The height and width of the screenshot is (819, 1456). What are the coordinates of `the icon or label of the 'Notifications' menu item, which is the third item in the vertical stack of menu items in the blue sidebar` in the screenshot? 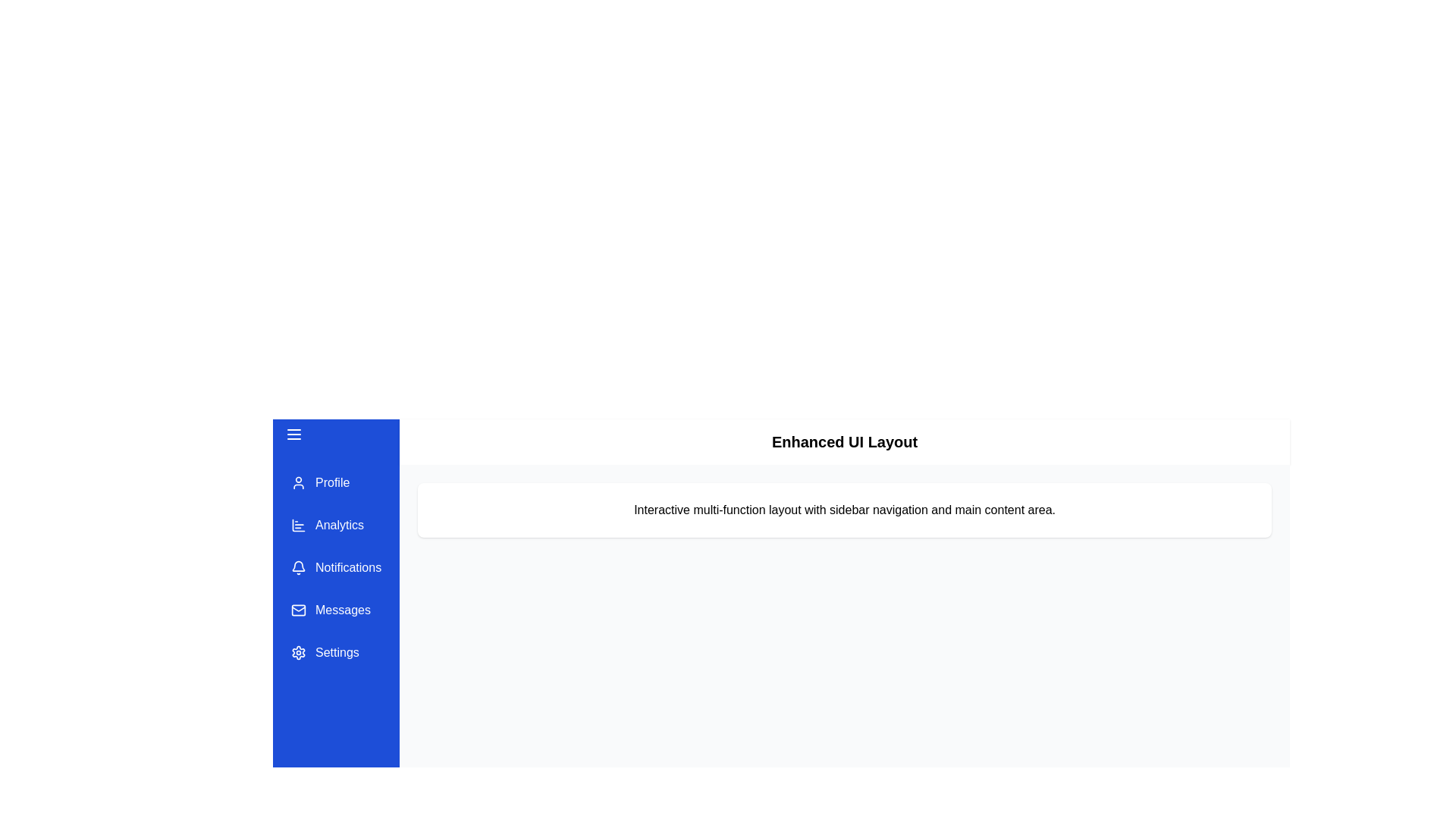 It's located at (335, 567).